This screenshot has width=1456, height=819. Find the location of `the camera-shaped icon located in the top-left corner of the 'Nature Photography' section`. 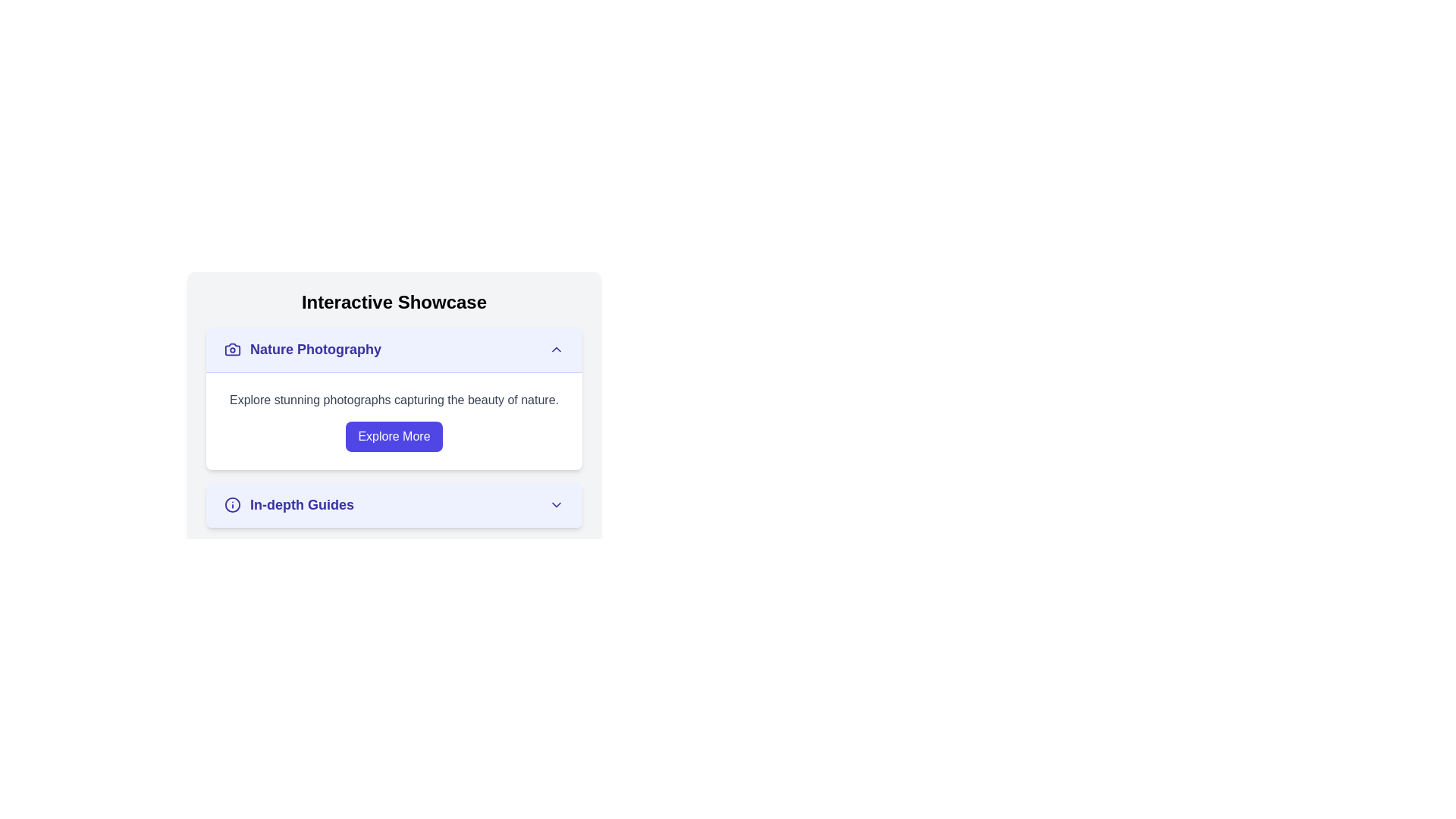

the camera-shaped icon located in the top-left corner of the 'Nature Photography' section is located at coordinates (232, 350).